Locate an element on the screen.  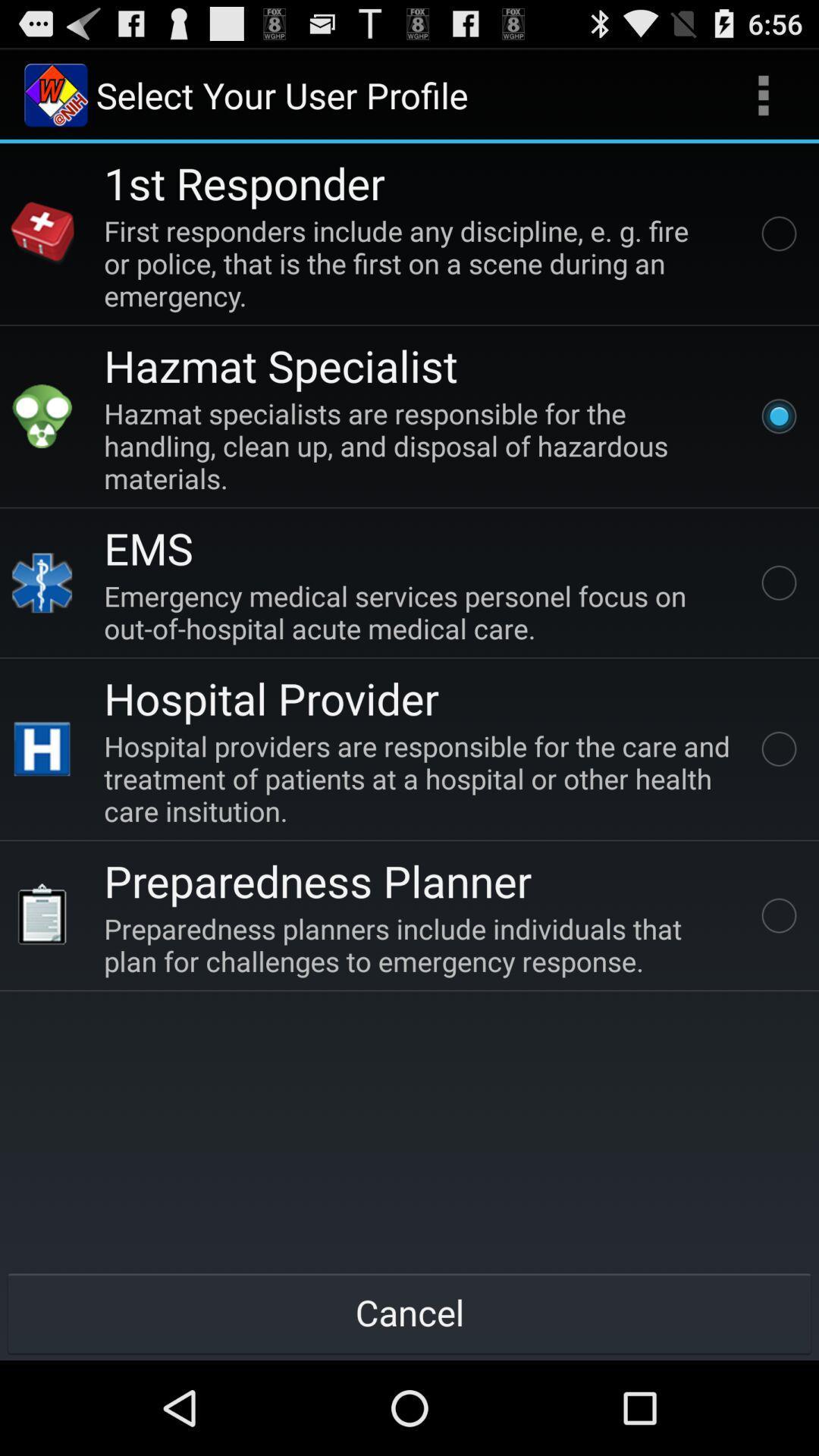
the ems logo is located at coordinates (42, 582).